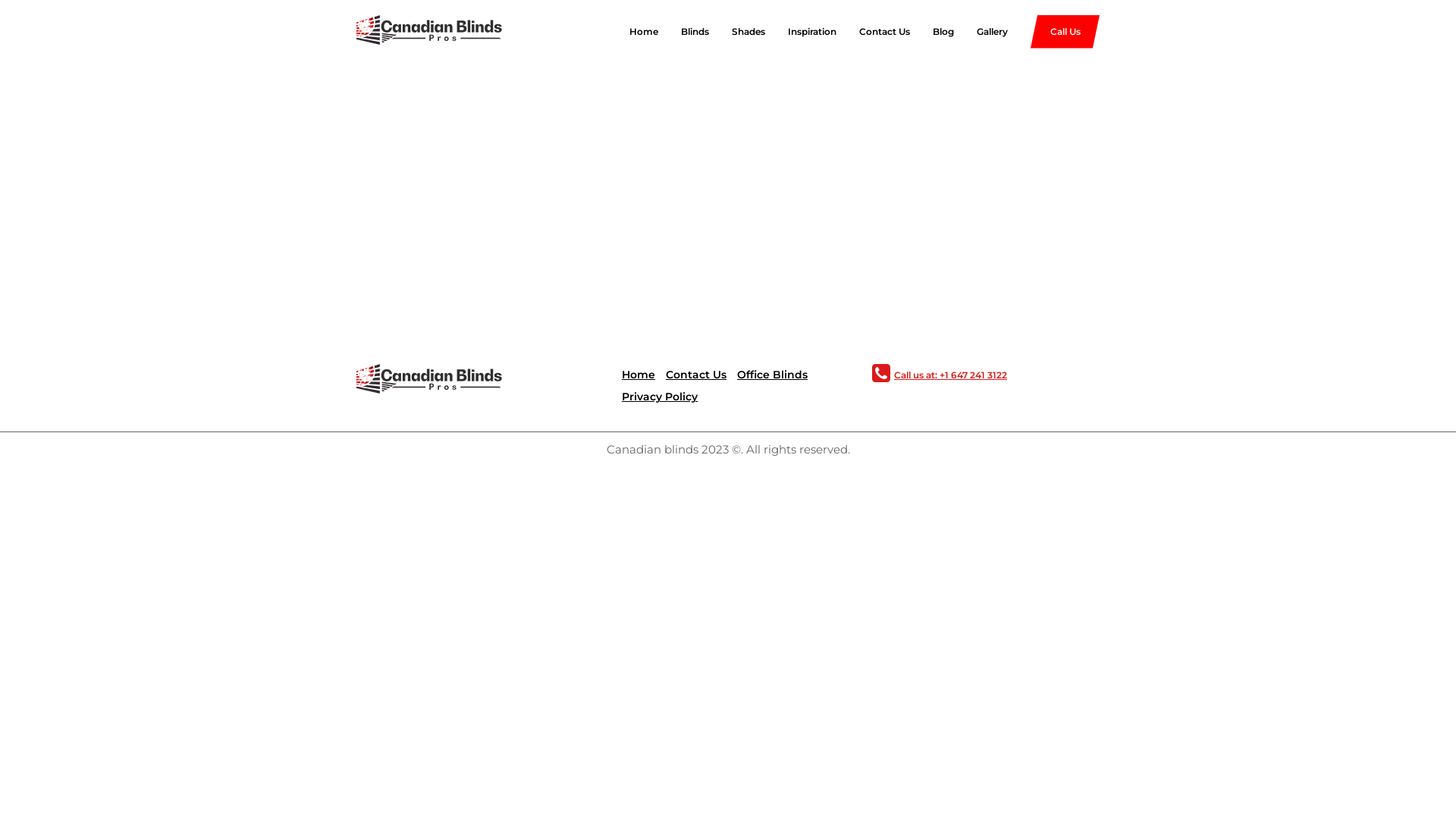  Describe the element at coordinates (695, 374) in the screenshot. I see `'Contact Us'` at that location.